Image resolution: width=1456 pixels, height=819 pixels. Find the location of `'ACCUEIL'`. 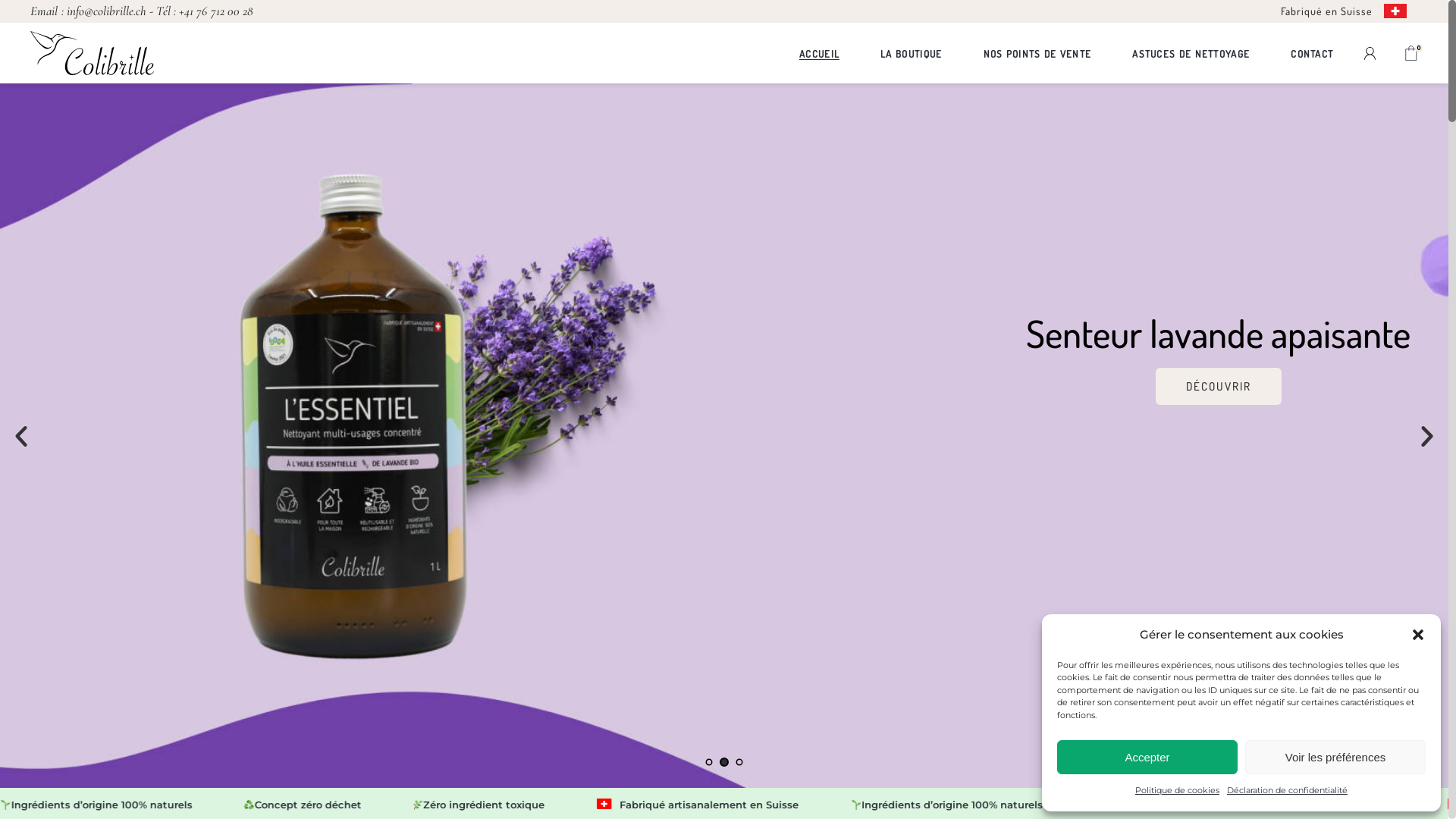

'ACCUEIL' is located at coordinates (799, 52).